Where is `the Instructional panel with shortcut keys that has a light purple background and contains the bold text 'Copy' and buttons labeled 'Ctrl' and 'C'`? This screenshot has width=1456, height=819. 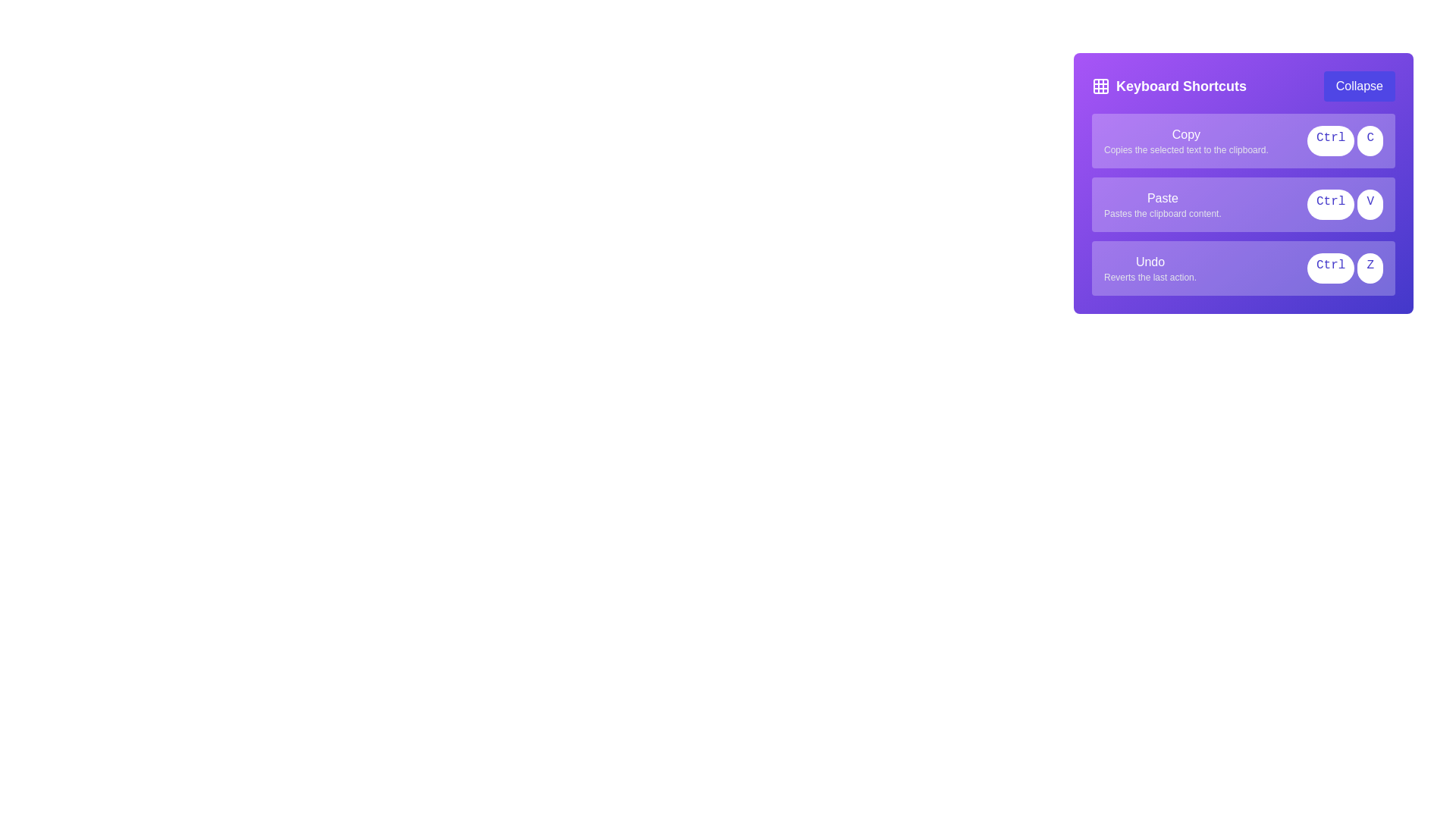 the Instructional panel with shortcut keys that has a light purple background and contains the bold text 'Copy' and buttons labeled 'Ctrl' and 'C' is located at coordinates (1244, 140).